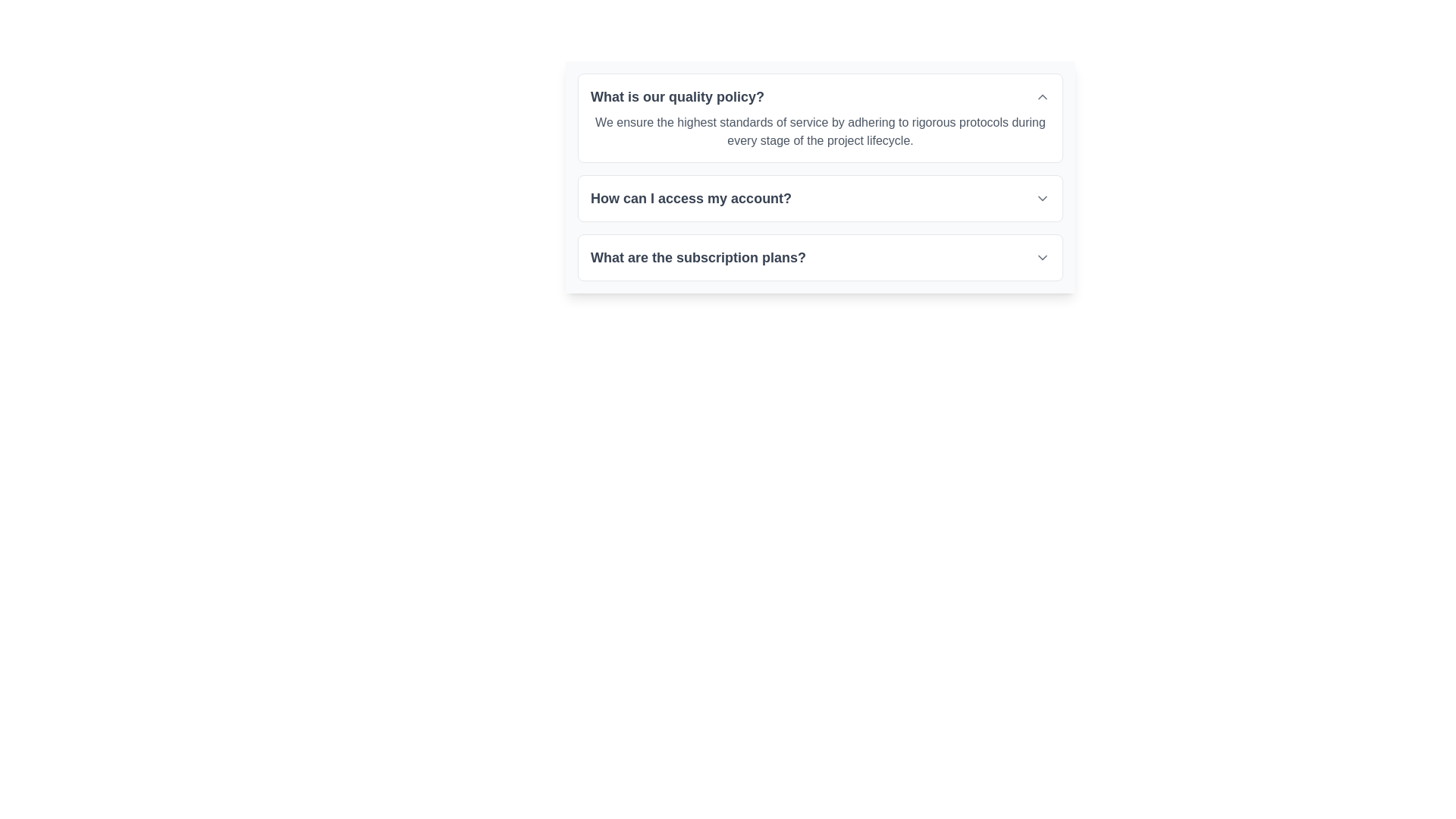 This screenshot has width=1456, height=819. I want to click on the Chevron Up icon located on the far right of the dropdown menu associated with the question 'What is our quality policy?', so click(1041, 96).